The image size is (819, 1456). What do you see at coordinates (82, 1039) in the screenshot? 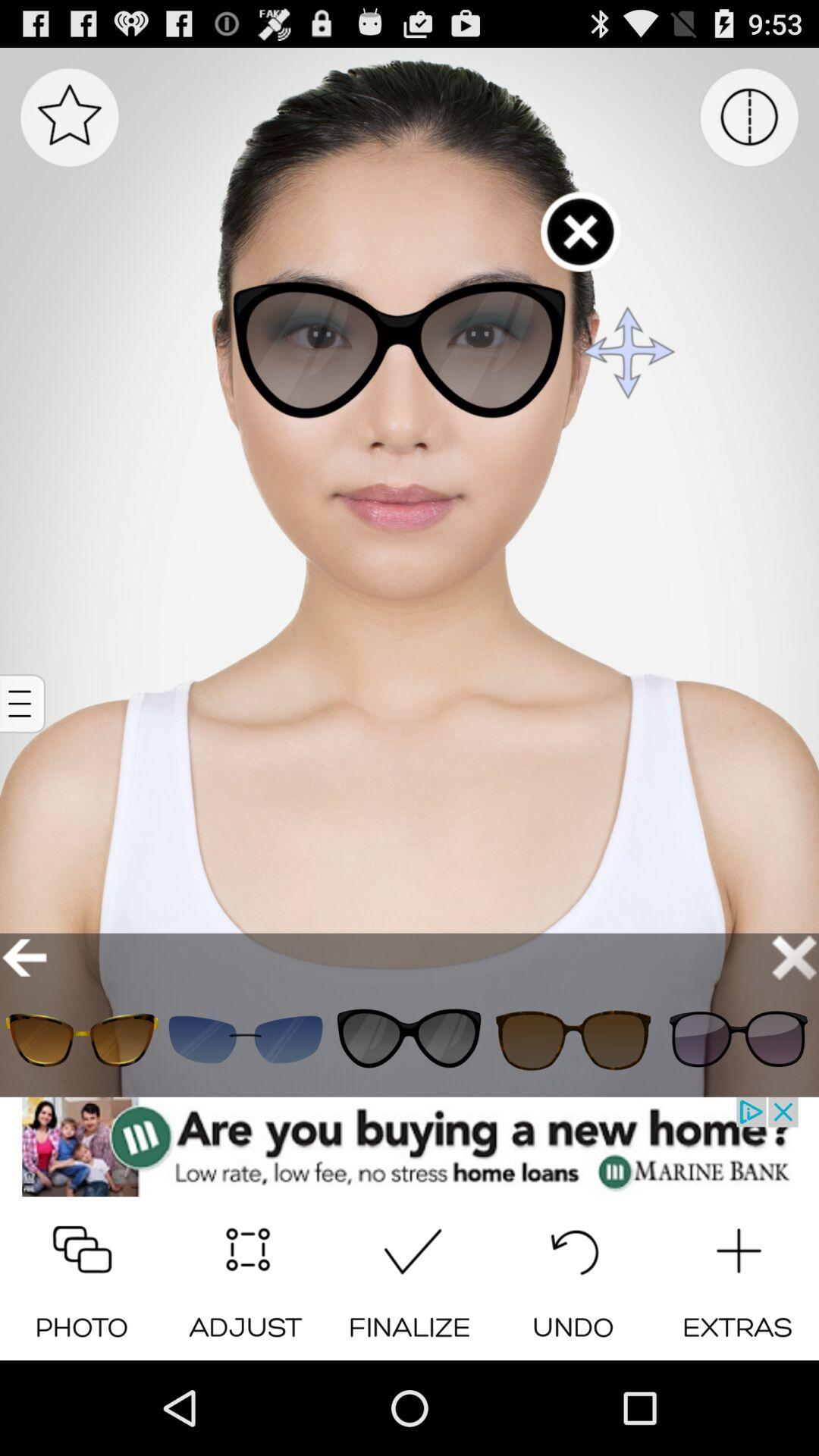
I see `glass` at bounding box center [82, 1039].